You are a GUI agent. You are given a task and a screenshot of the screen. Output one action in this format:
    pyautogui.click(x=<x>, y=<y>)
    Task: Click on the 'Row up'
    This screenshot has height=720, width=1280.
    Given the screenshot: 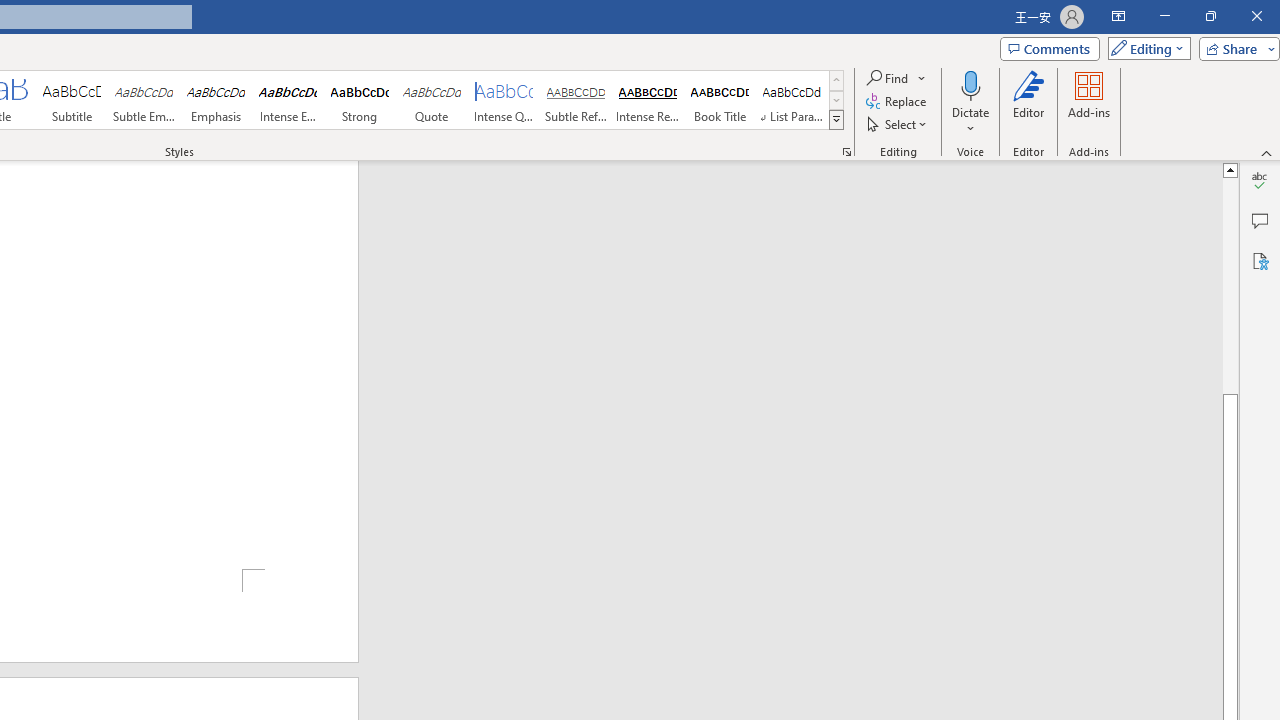 What is the action you would take?
    pyautogui.click(x=836, y=79)
    